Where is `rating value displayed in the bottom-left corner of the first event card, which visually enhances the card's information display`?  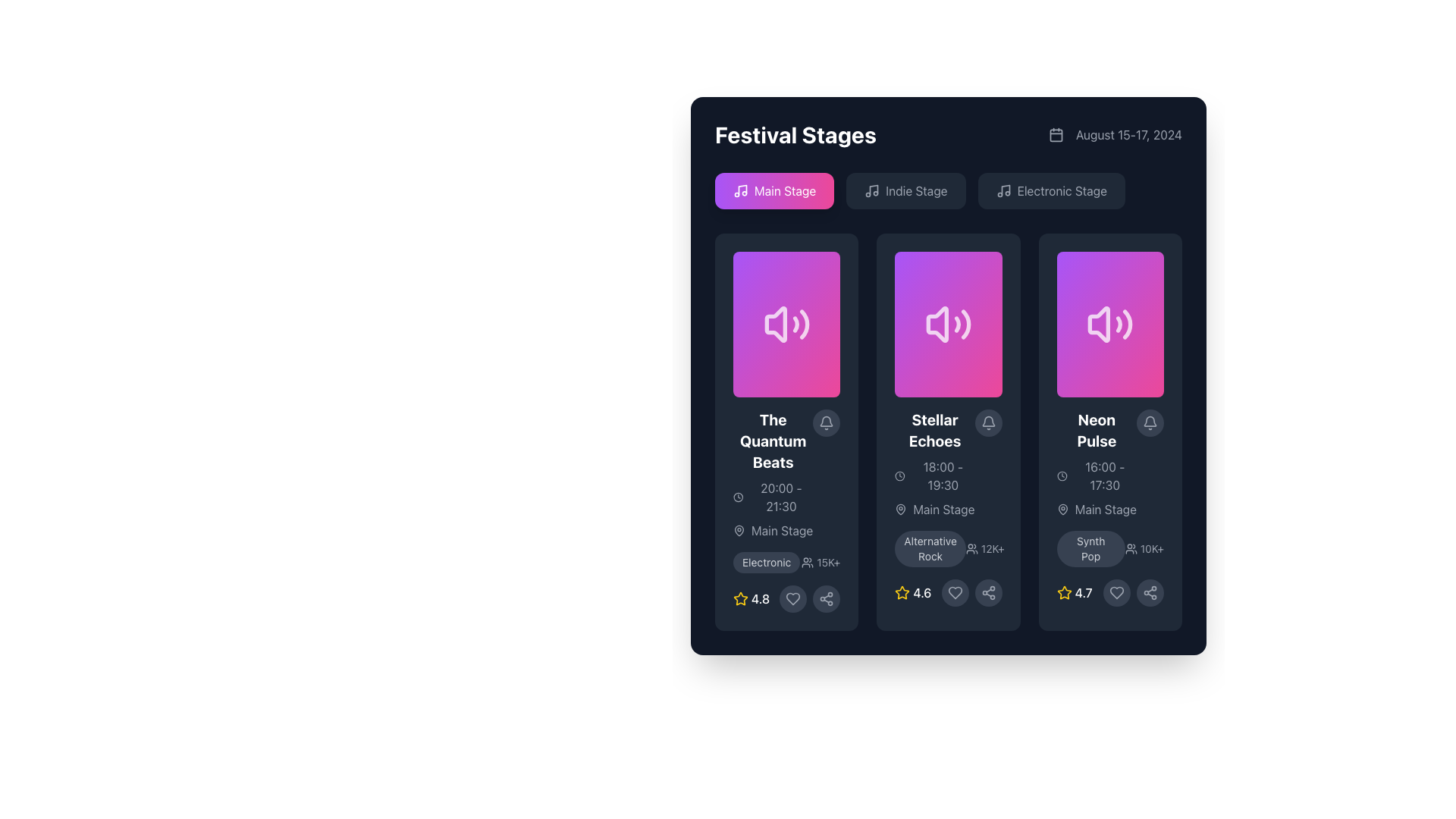
rating value displayed in the bottom-left corner of the first event card, which visually enhances the card's information display is located at coordinates (752, 598).